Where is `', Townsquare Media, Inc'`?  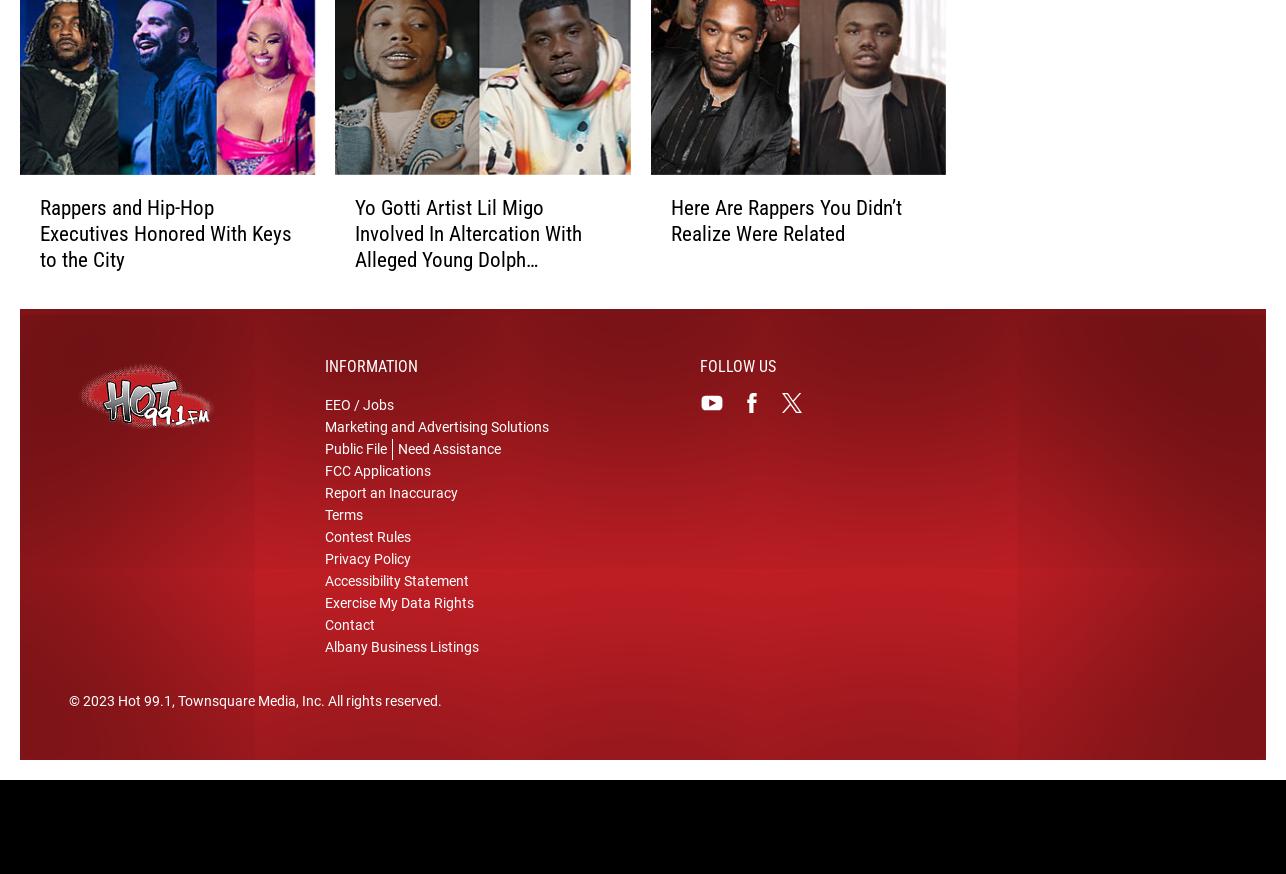
', Townsquare Media, Inc' is located at coordinates (246, 710).